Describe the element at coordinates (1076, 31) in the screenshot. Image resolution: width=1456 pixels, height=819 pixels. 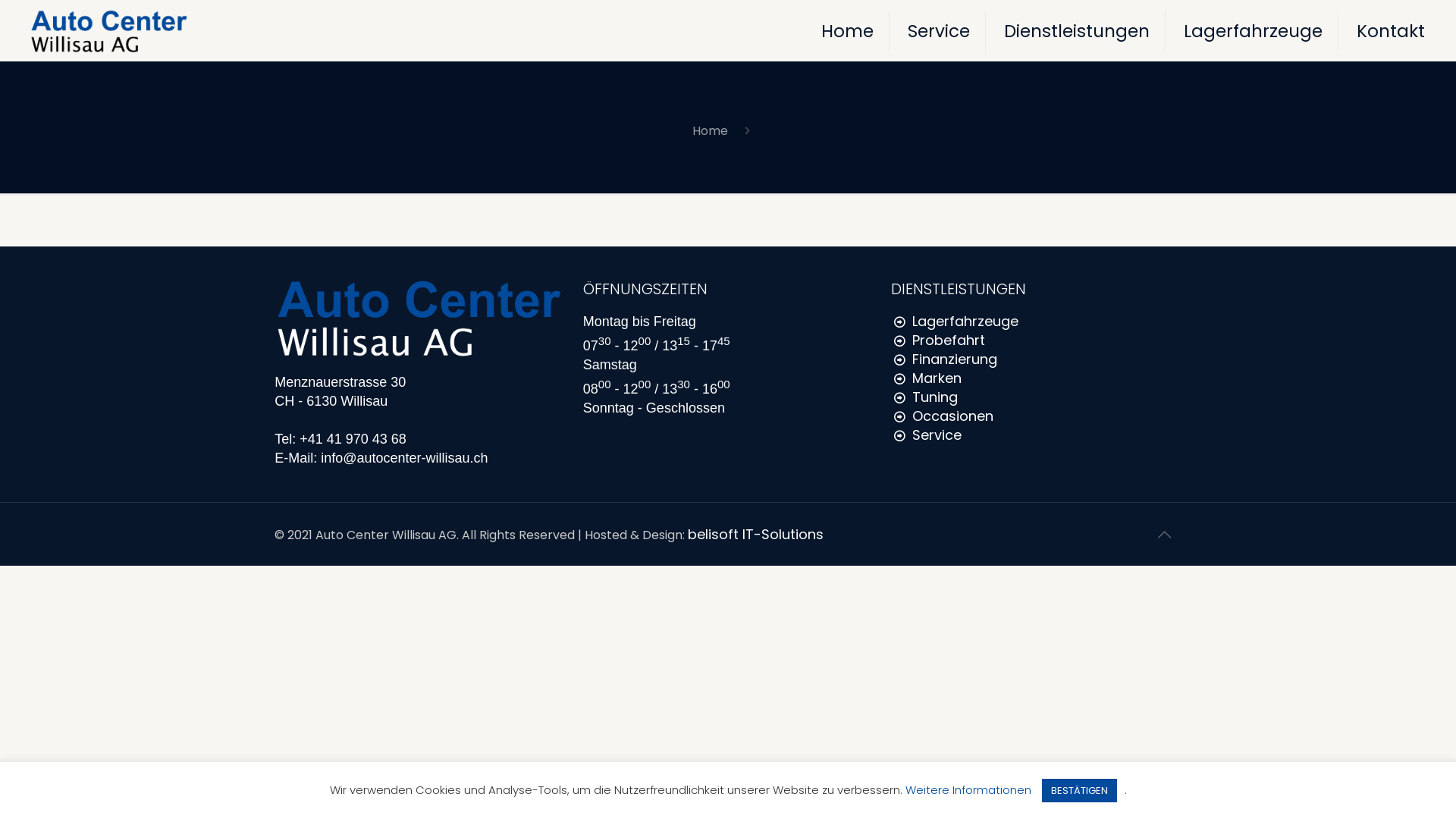
I see `'Dienstleistungen'` at that location.